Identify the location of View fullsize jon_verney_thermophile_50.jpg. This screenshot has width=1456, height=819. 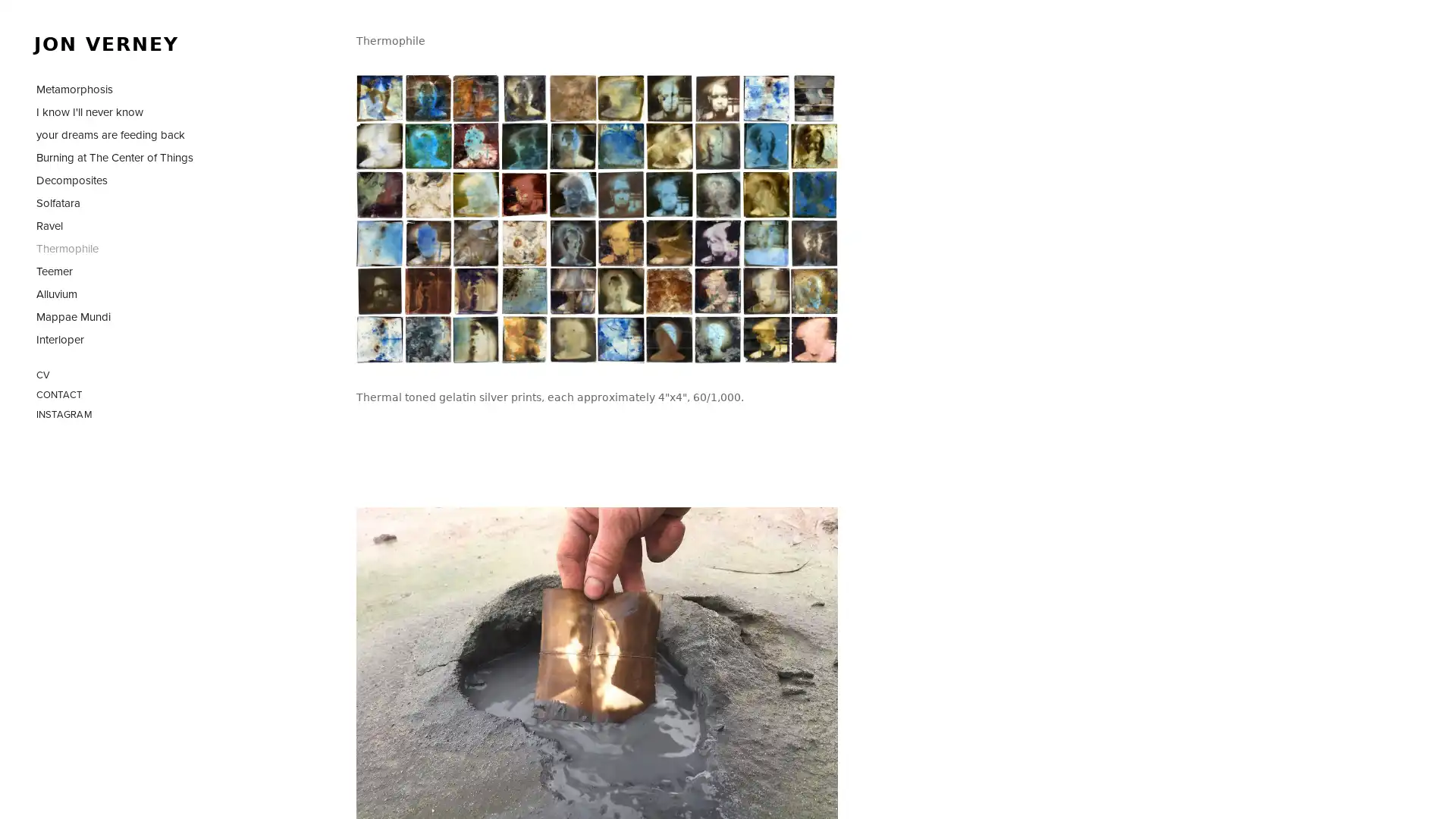
(621, 193).